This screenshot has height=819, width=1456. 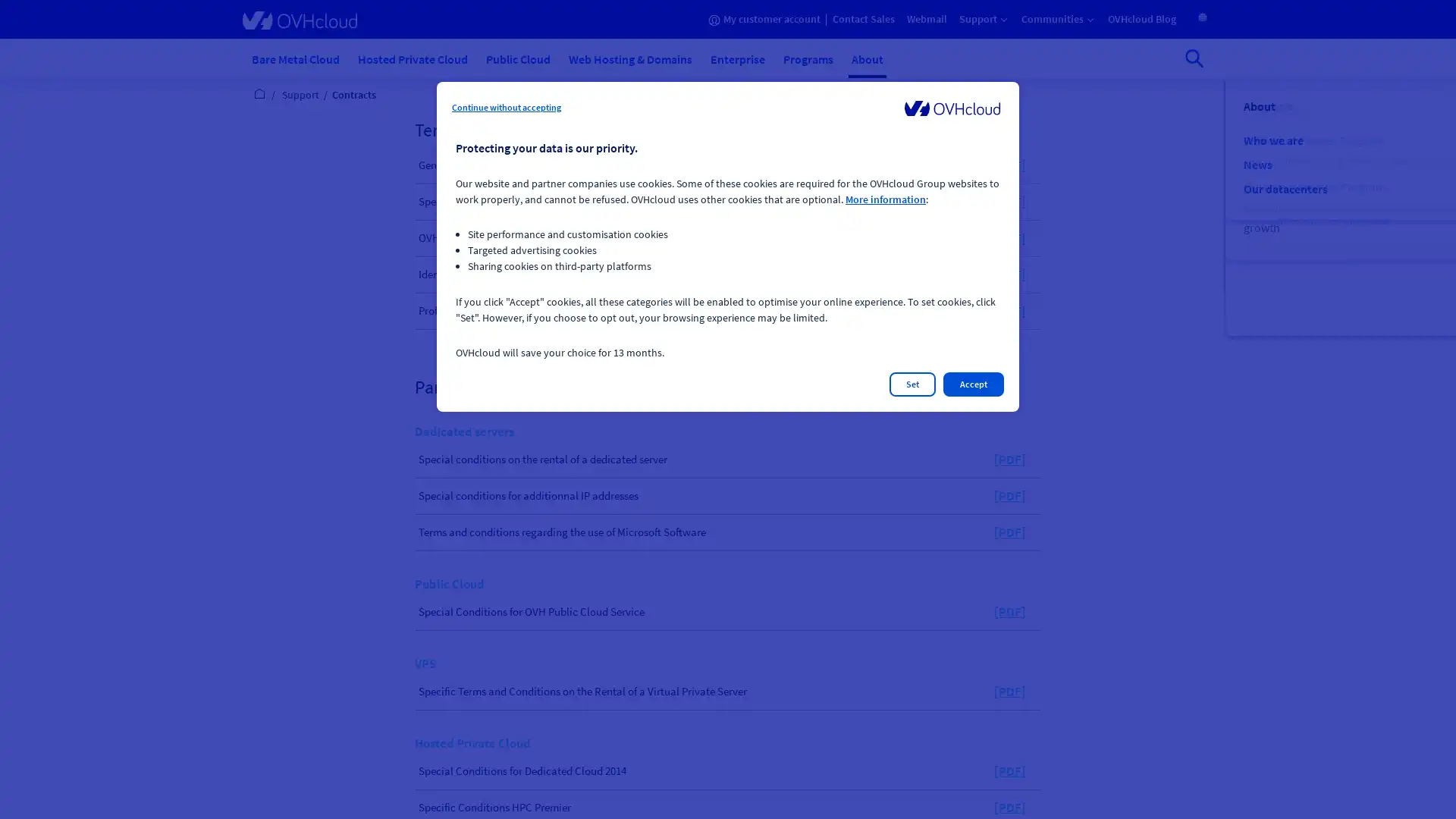 I want to click on Continue without accepting, so click(x=506, y=107).